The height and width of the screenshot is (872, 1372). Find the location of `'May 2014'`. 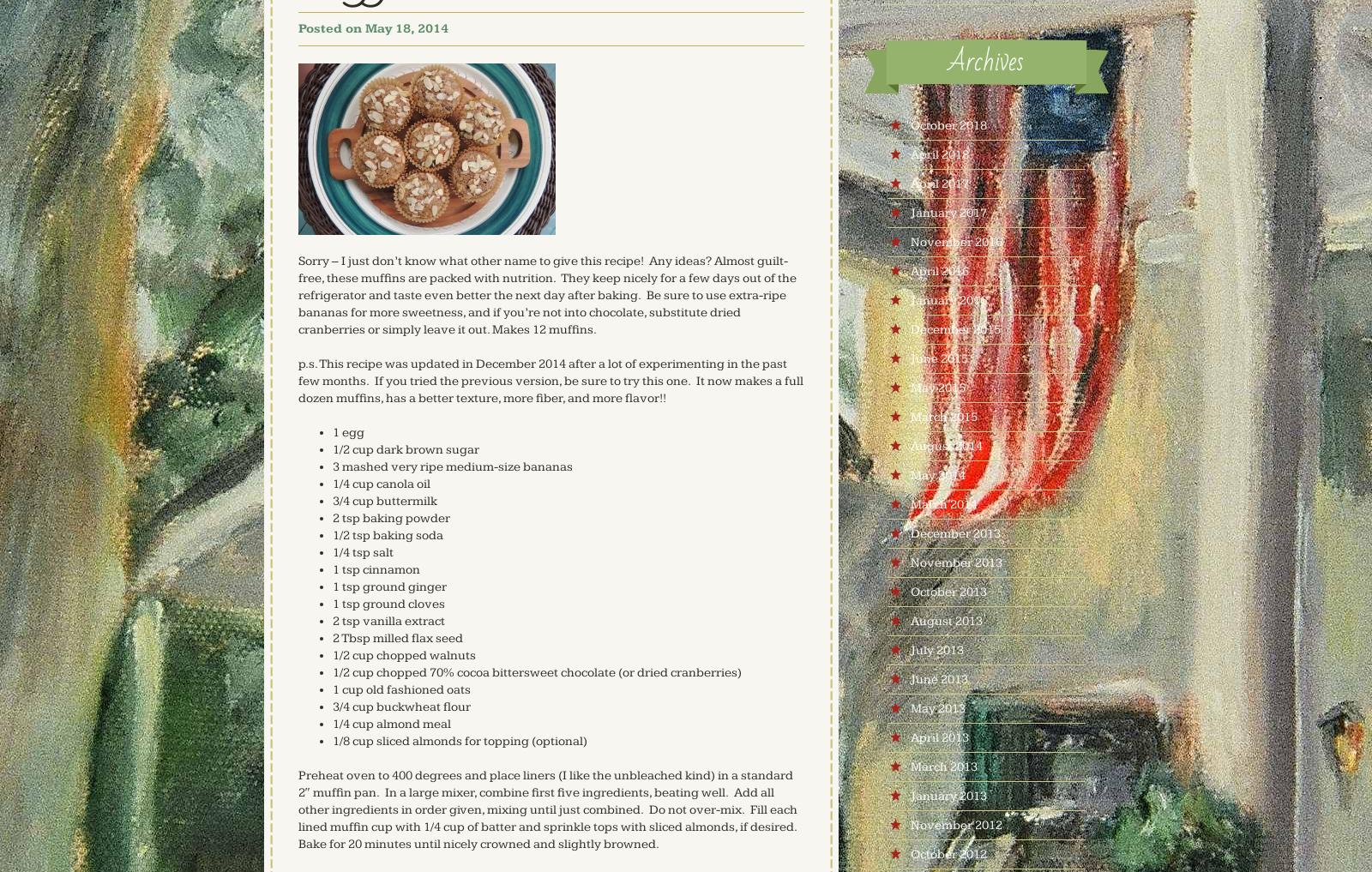

'May 2014' is located at coordinates (936, 475).